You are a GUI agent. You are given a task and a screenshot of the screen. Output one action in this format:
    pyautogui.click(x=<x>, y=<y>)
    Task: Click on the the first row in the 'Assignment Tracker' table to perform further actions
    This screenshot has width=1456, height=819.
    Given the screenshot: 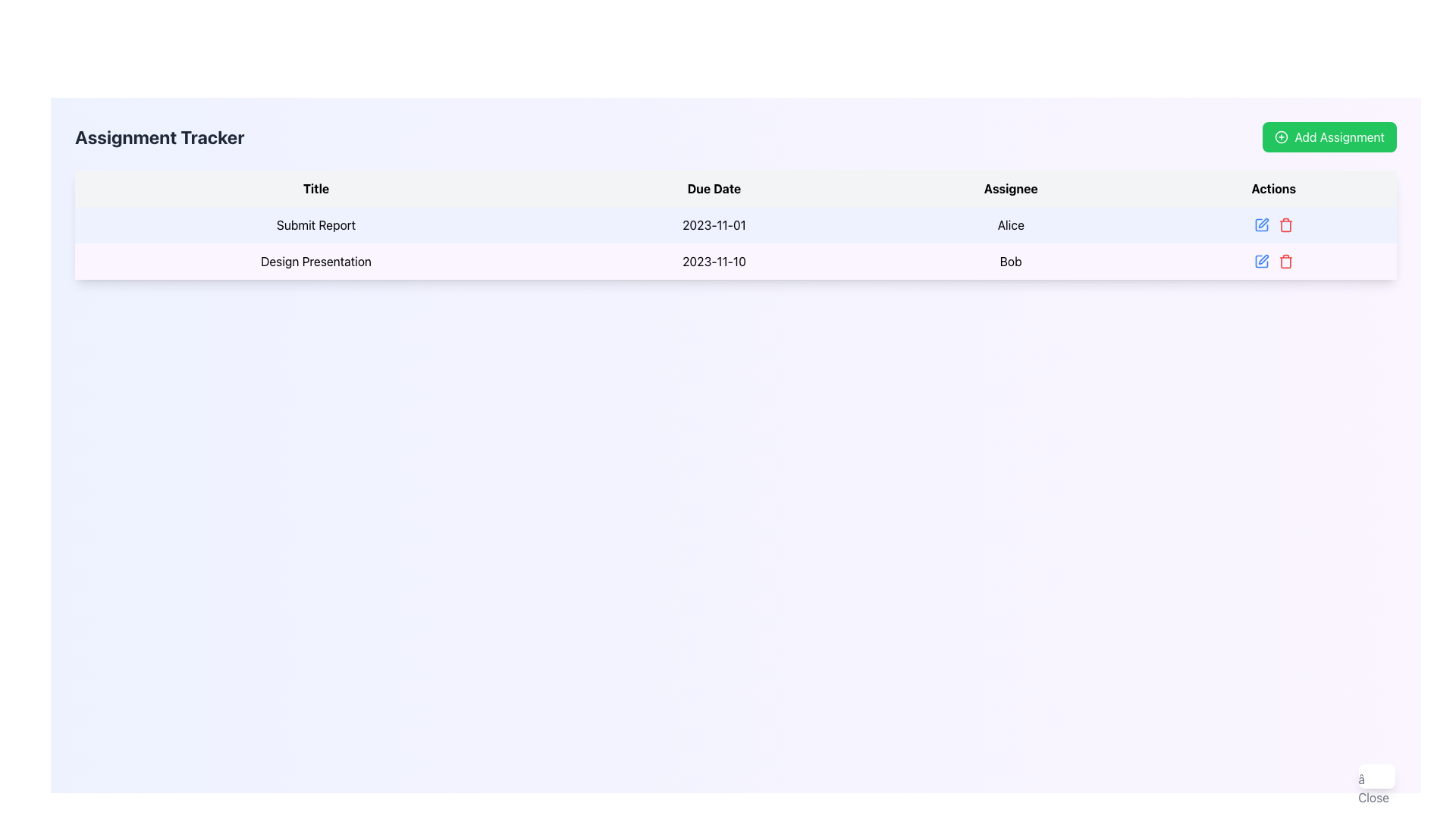 What is the action you would take?
    pyautogui.click(x=736, y=225)
    